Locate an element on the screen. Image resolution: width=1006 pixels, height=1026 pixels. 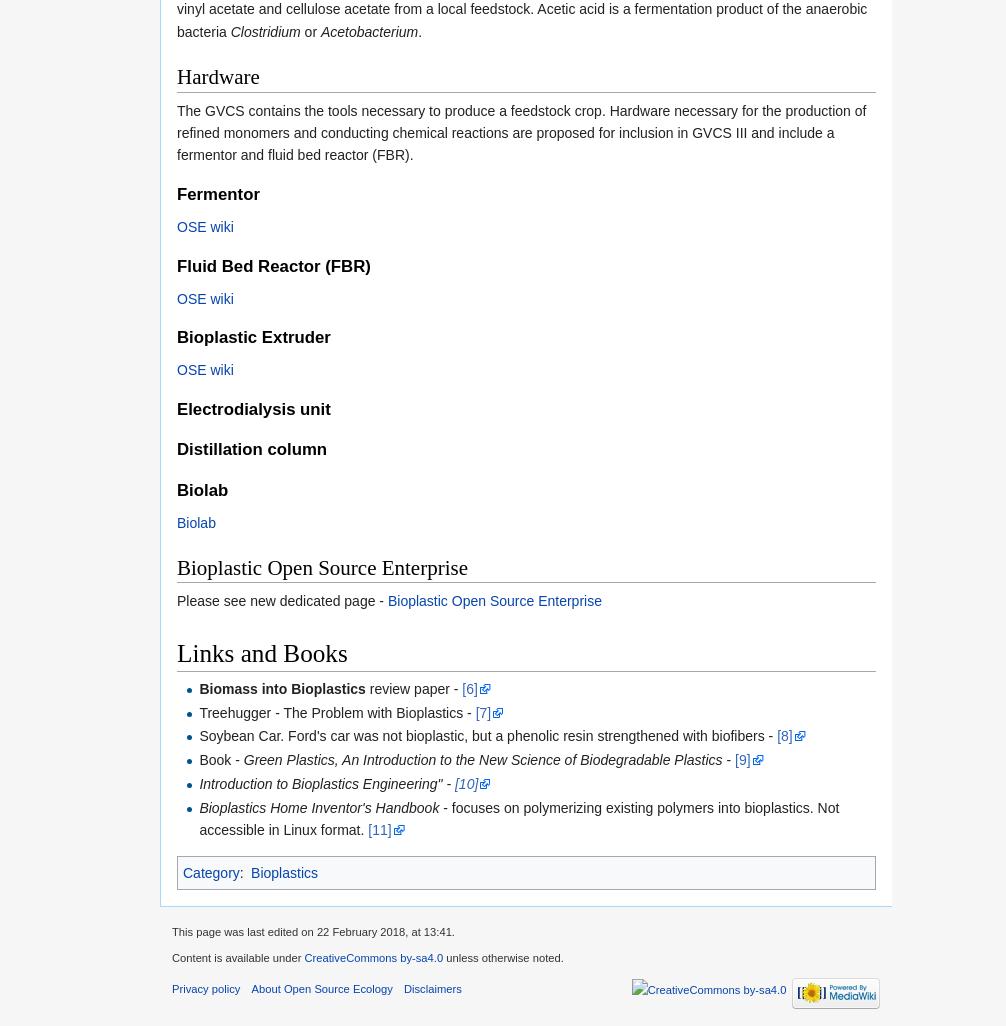
'Links and Books' is located at coordinates (260, 652).